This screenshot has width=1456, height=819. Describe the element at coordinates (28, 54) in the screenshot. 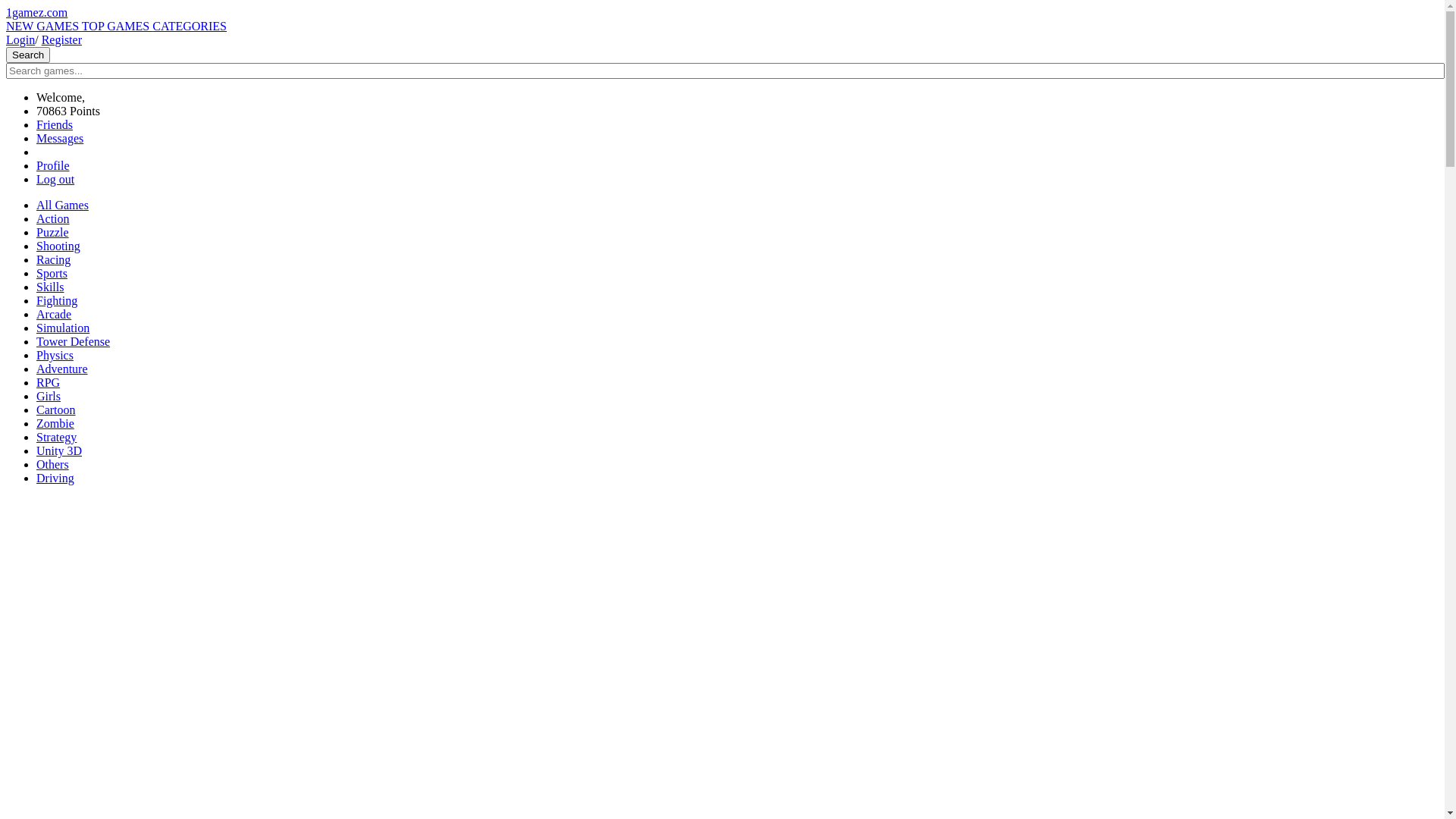

I see `'Search'` at that location.